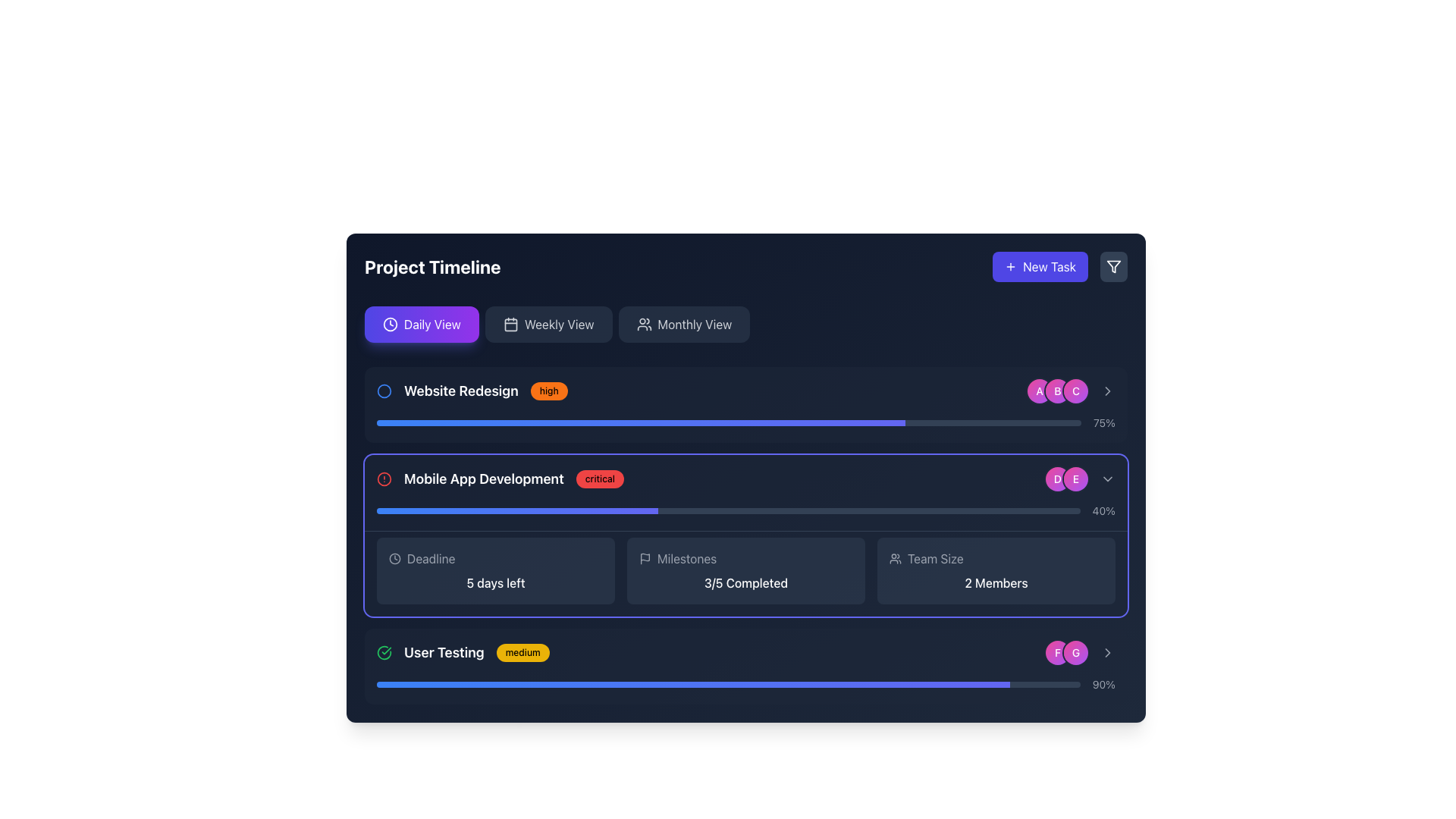 This screenshot has height=819, width=1456. Describe the element at coordinates (1059, 265) in the screenshot. I see `the '+ New Task' button with a purple background and white text` at that location.